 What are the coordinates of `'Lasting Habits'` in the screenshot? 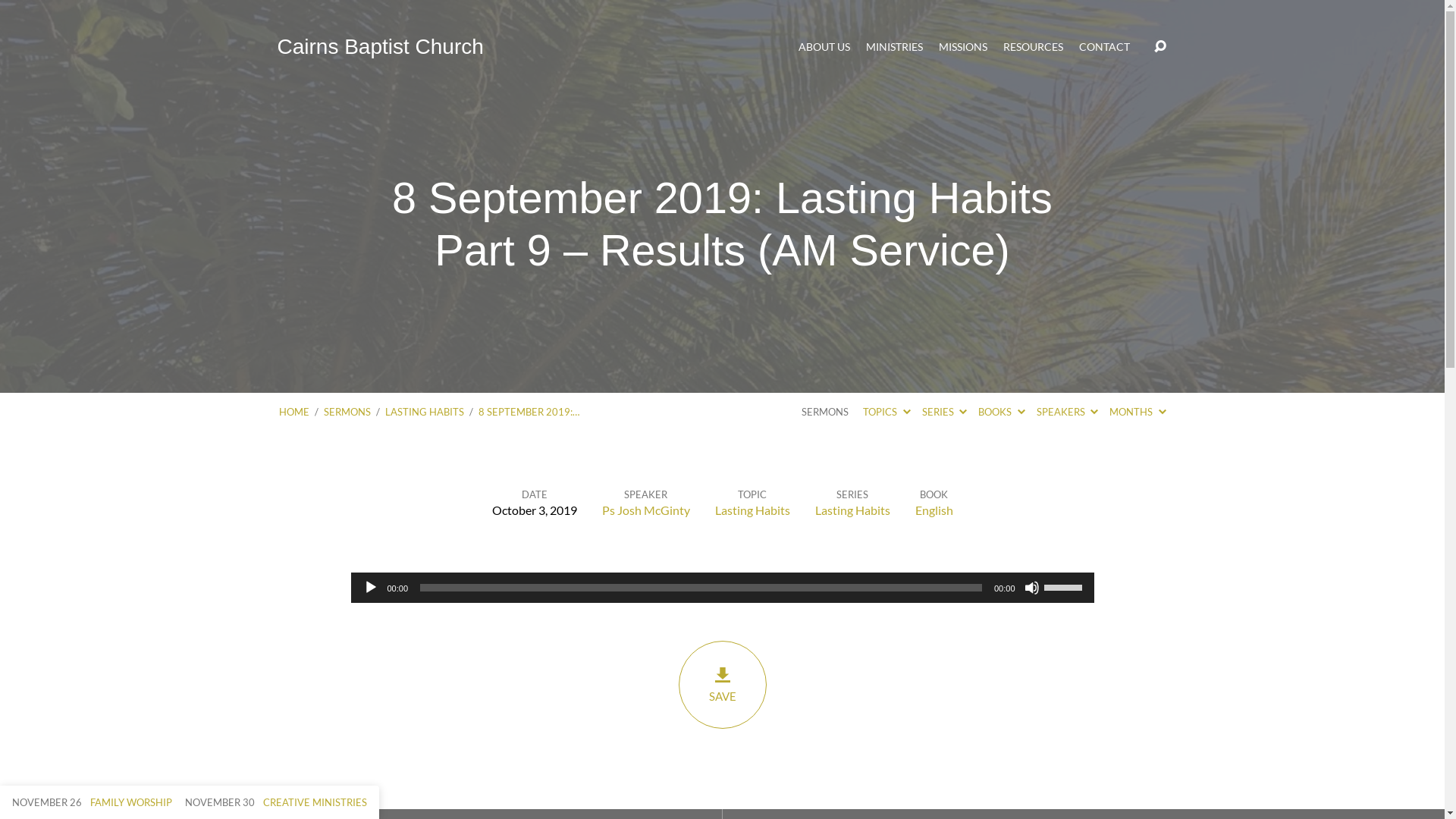 It's located at (752, 510).